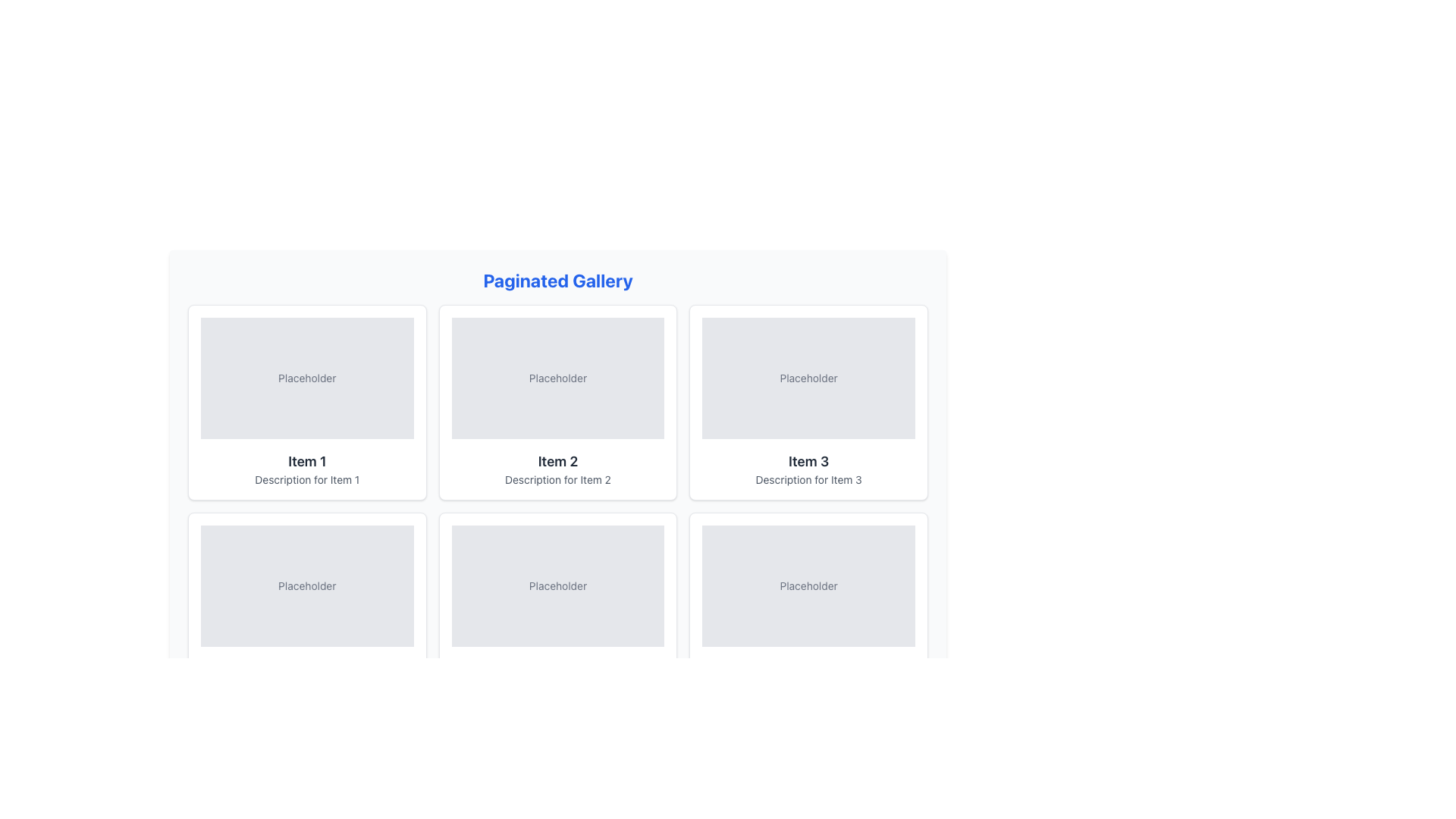 This screenshot has width=1456, height=819. I want to click on the first button in the horizontal arrangement at the bottom of the interface, which navigates to the previous page, so click(223, 747).